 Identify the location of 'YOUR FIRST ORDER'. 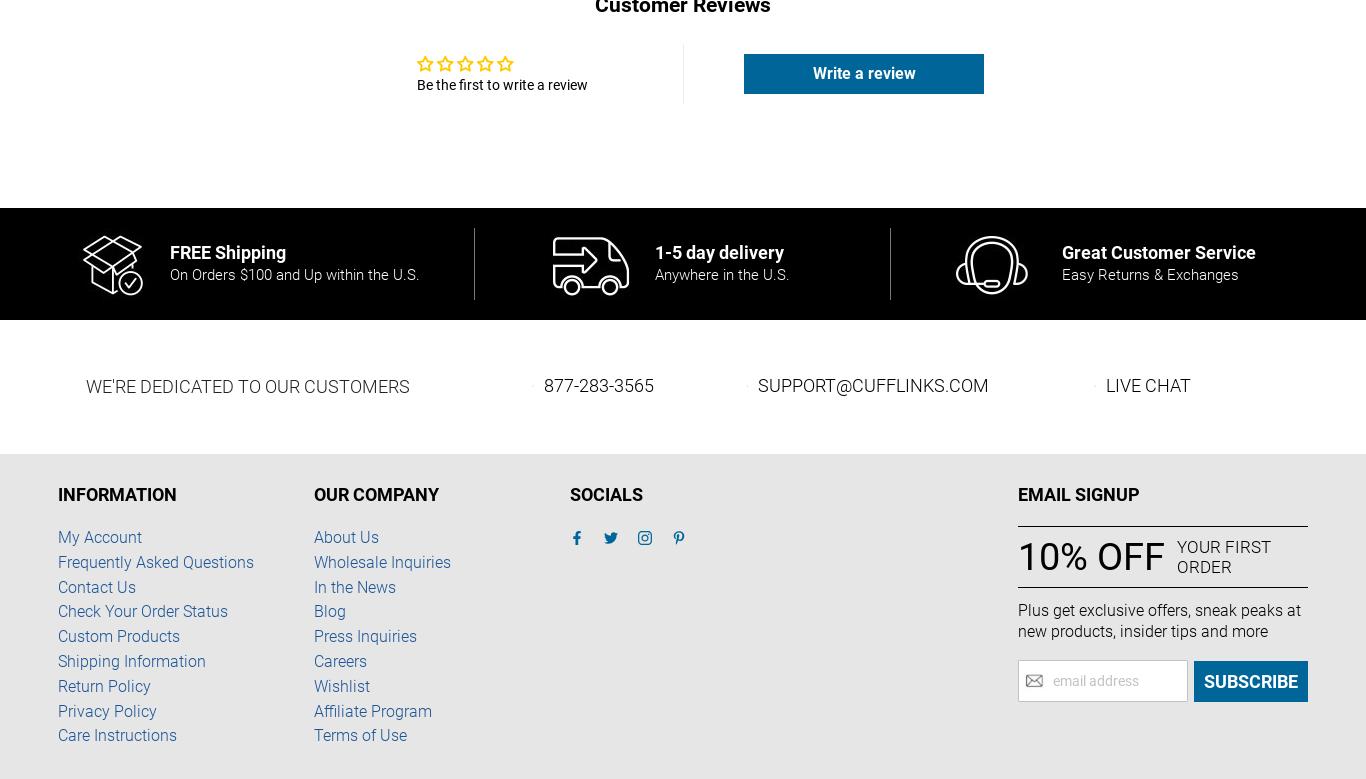
(1222, 555).